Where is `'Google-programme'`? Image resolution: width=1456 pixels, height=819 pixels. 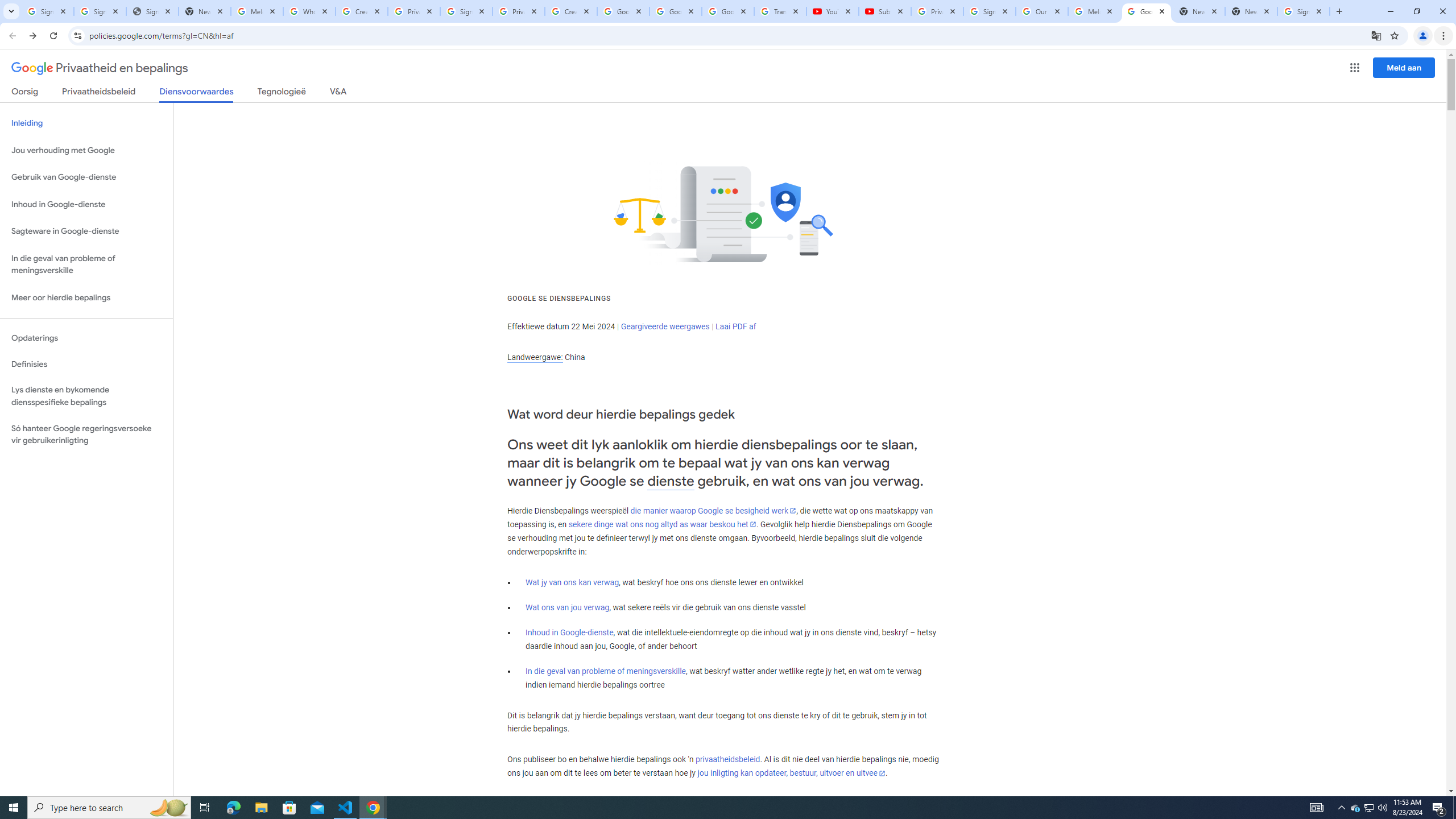 'Google-programme' is located at coordinates (1355, 67).